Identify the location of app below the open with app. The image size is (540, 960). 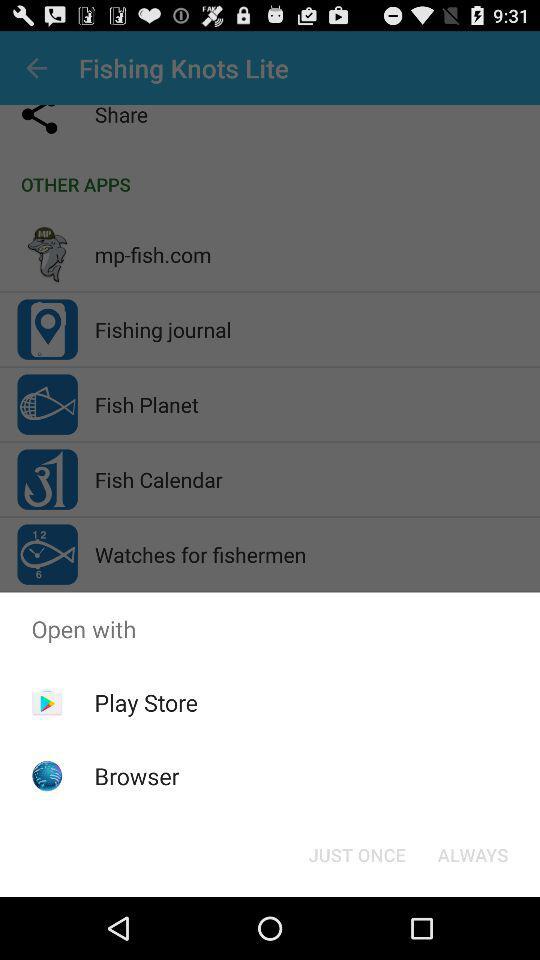
(145, 702).